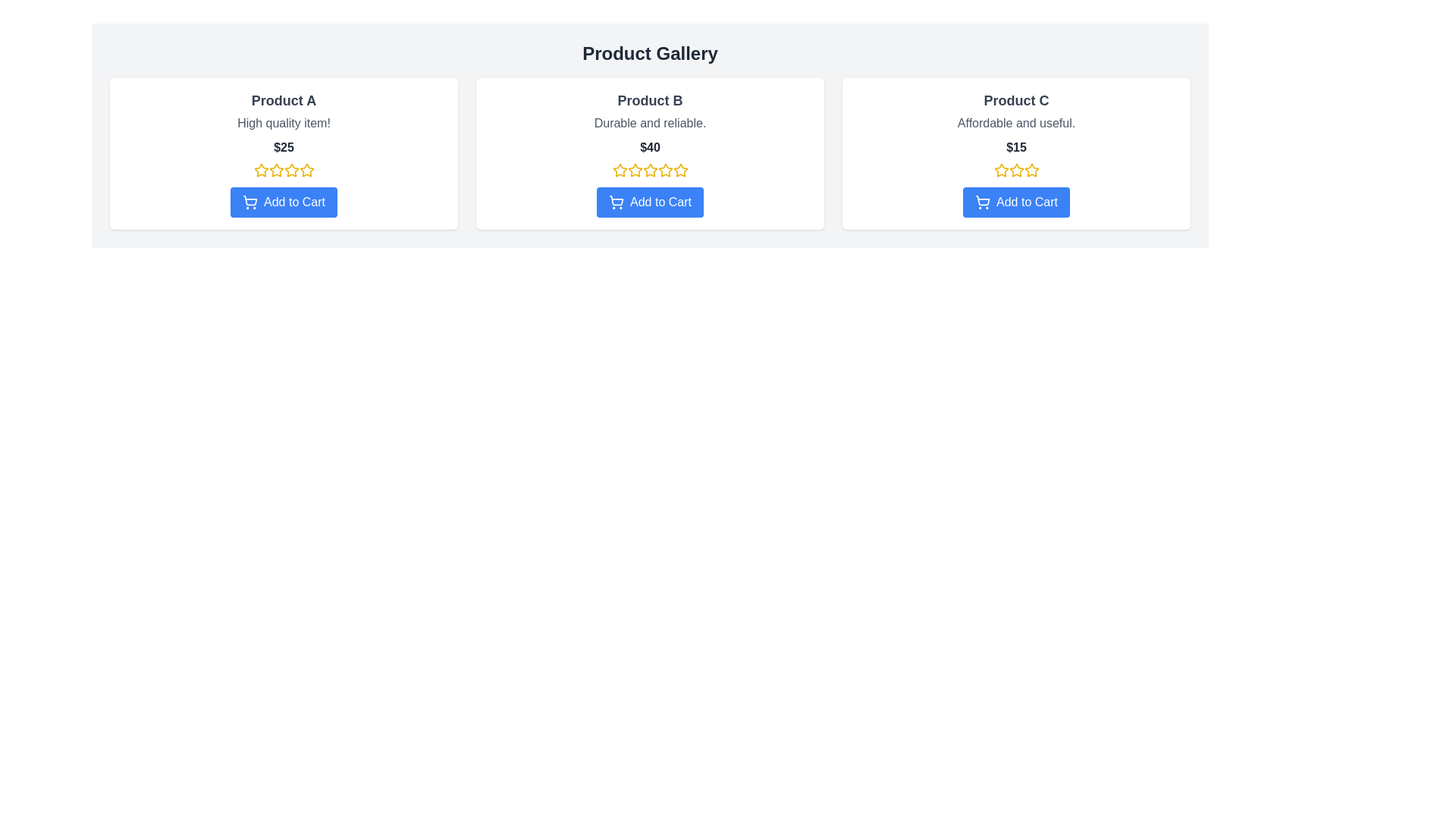 This screenshot has width=1456, height=819. Describe the element at coordinates (650, 122) in the screenshot. I see `the static text element that provides a brief highlight of the features of 'Product B', located in the center product card under the 'Product Gallery' section, directly below the title 'Product B' and above the price label '$40'` at that location.